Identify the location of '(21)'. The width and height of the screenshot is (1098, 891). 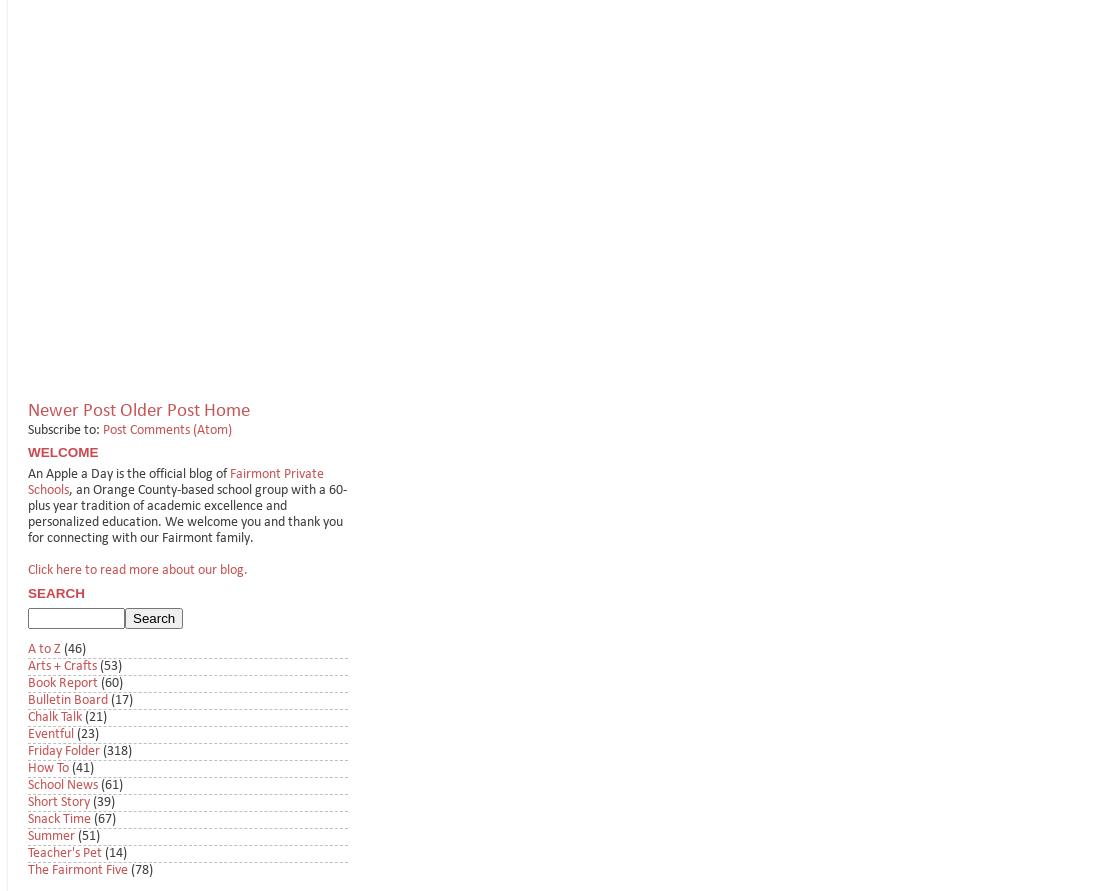
(95, 717).